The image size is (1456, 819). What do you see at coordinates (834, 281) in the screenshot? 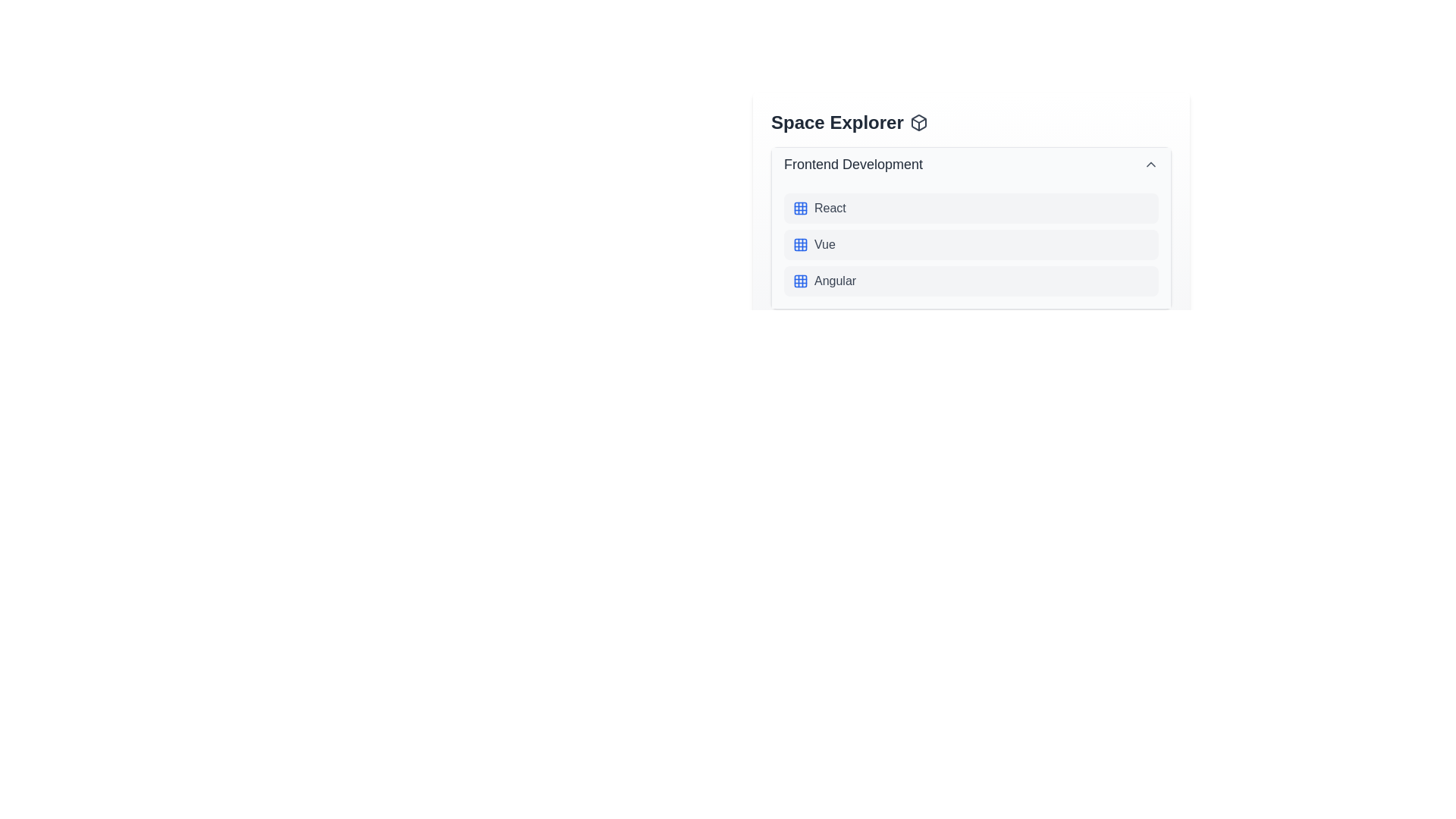
I see `text label displaying 'Angular' which is located right-aligned in the third row of the list under the 'Frontend Development' section` at bounding box center [834, 281].